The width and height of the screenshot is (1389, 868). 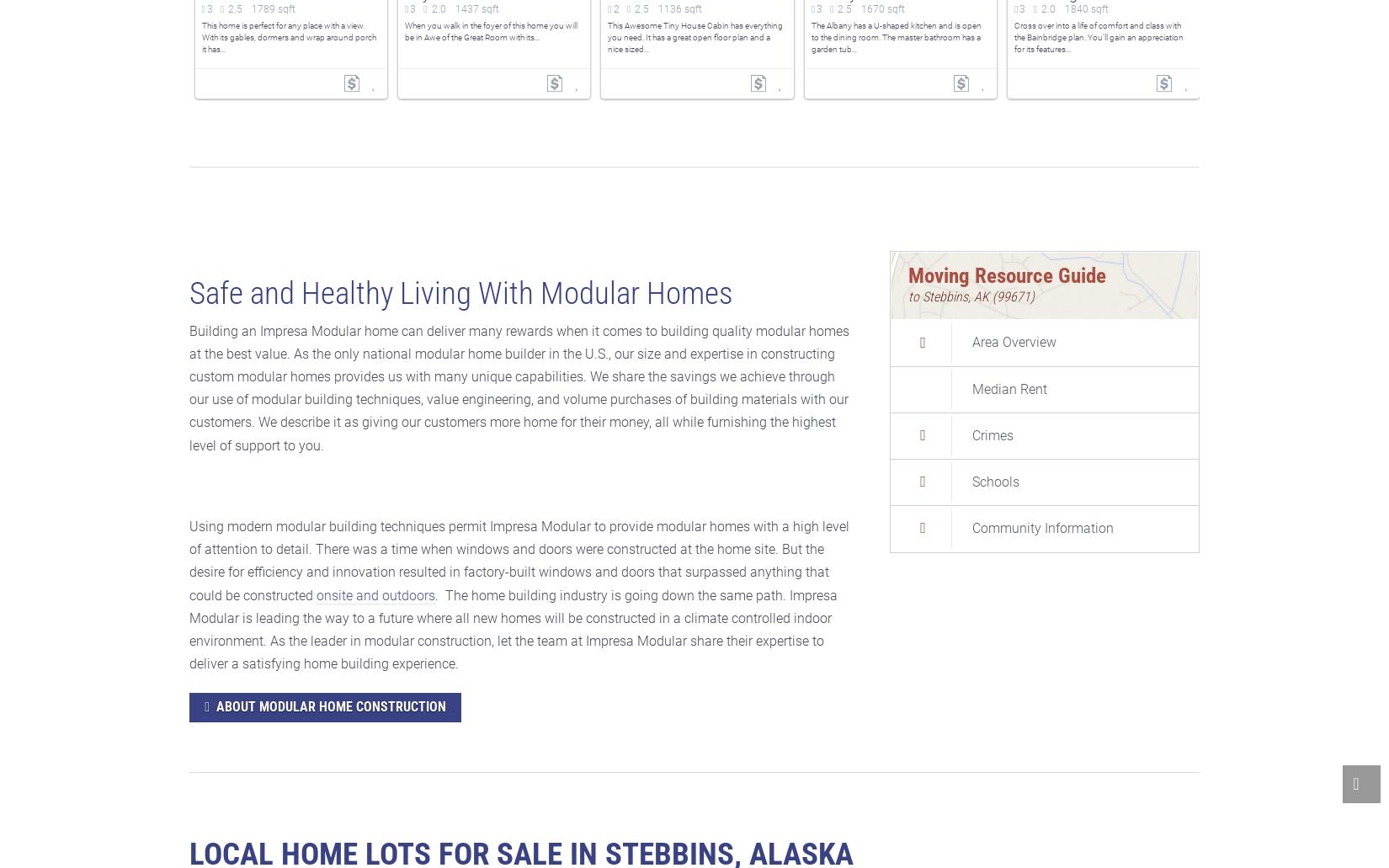 I want to click on 'Building an Impresa Modular home can deliver many rewards when it comes to building quality modular homes at the best value. As the only national modular home builder in the U.S., our size and expertise in constructing custom modular homes provides us with many unique capabilities. We share the savings we achieve through our use of modular building techniques, value engineering, and volume purchases of building materials with our customers. We describe it as giving our customers more home for their money, all while furnishing the highest level of support to you.', so click(x=189, y=387).